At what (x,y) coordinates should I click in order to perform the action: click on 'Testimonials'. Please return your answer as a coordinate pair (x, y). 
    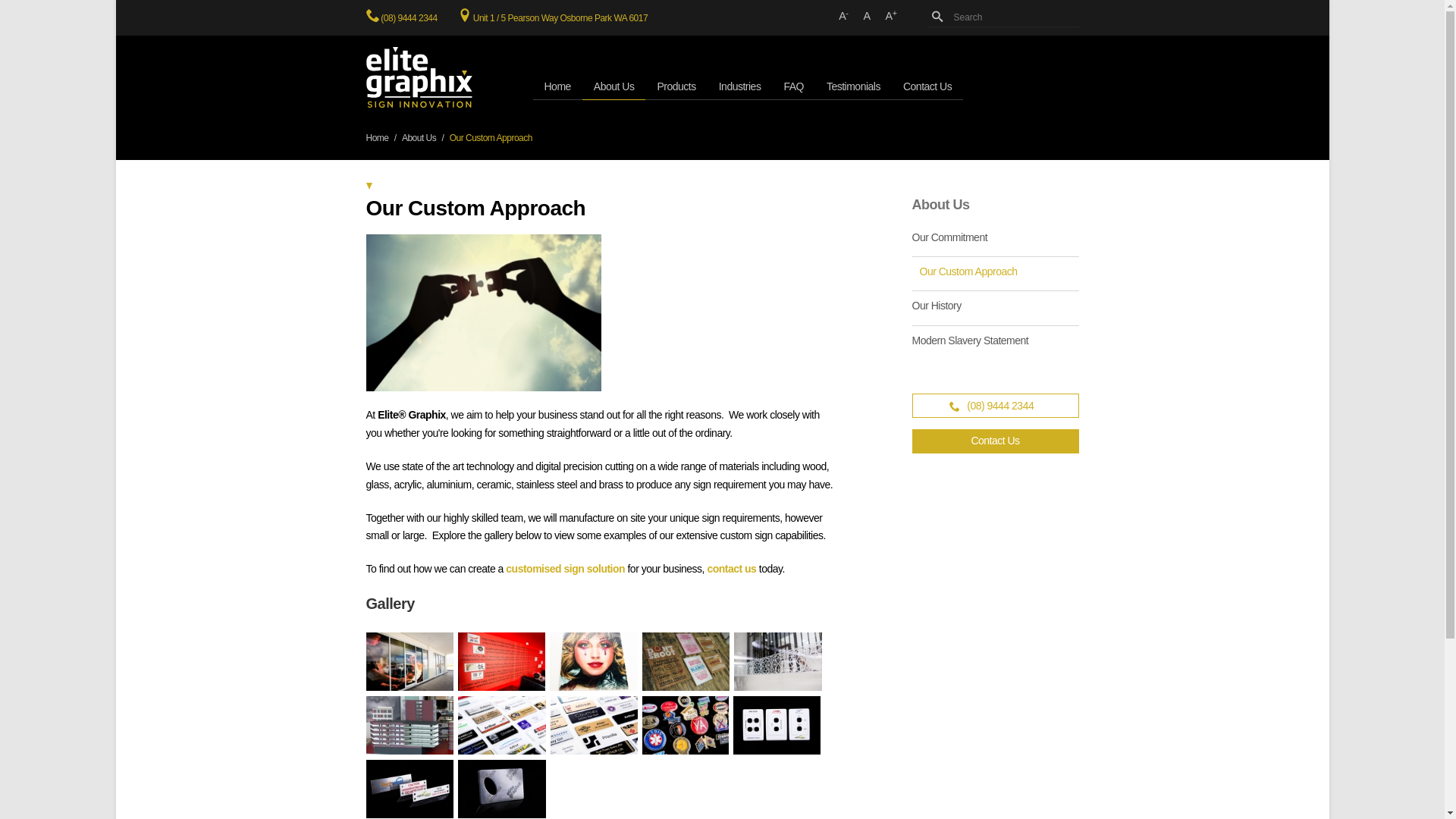
    Looking at the image, I should click on (853, 86).